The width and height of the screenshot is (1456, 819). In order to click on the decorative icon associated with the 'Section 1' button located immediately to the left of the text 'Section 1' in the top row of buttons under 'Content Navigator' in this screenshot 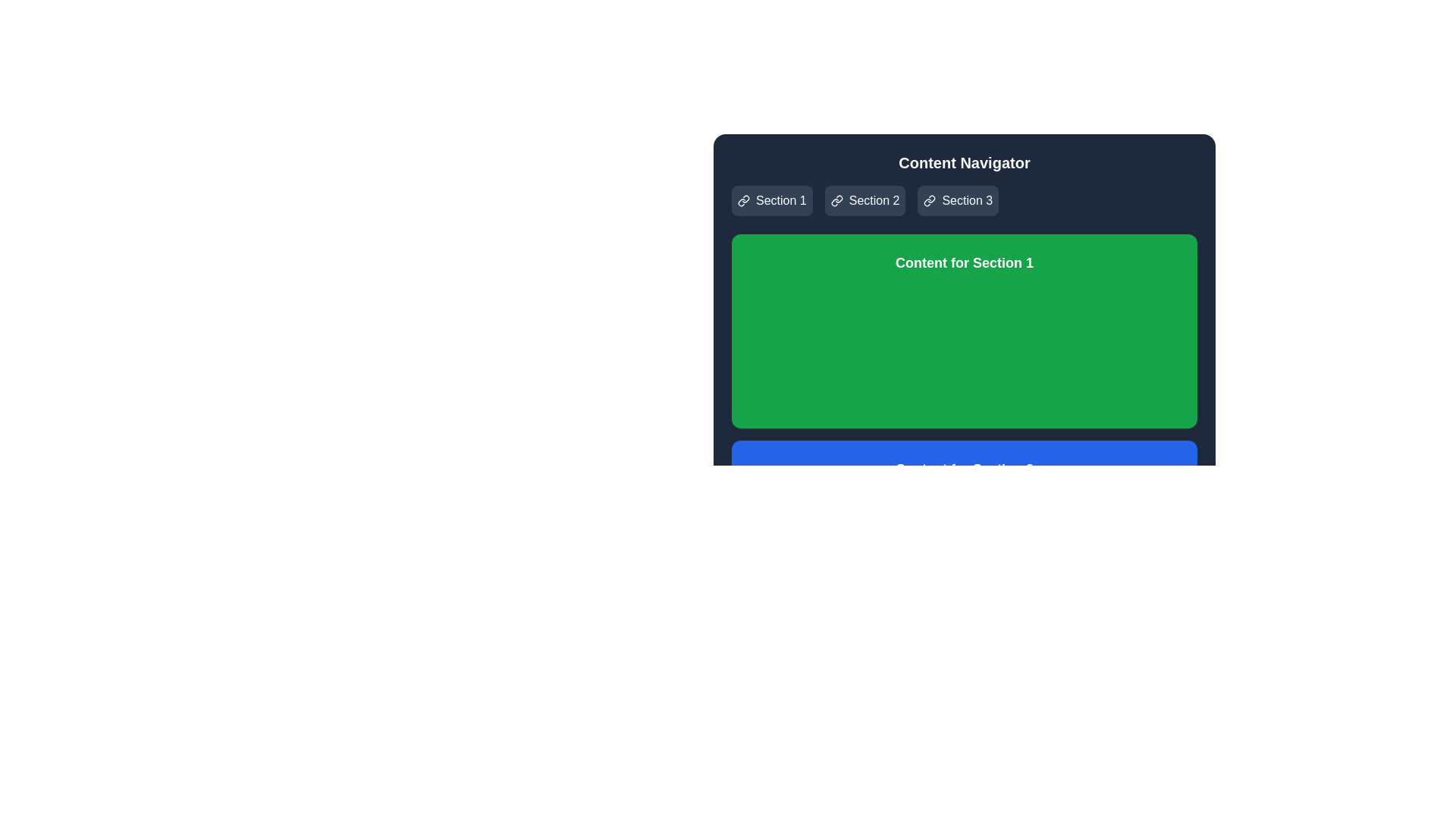, I will do `click(743, 200)`.